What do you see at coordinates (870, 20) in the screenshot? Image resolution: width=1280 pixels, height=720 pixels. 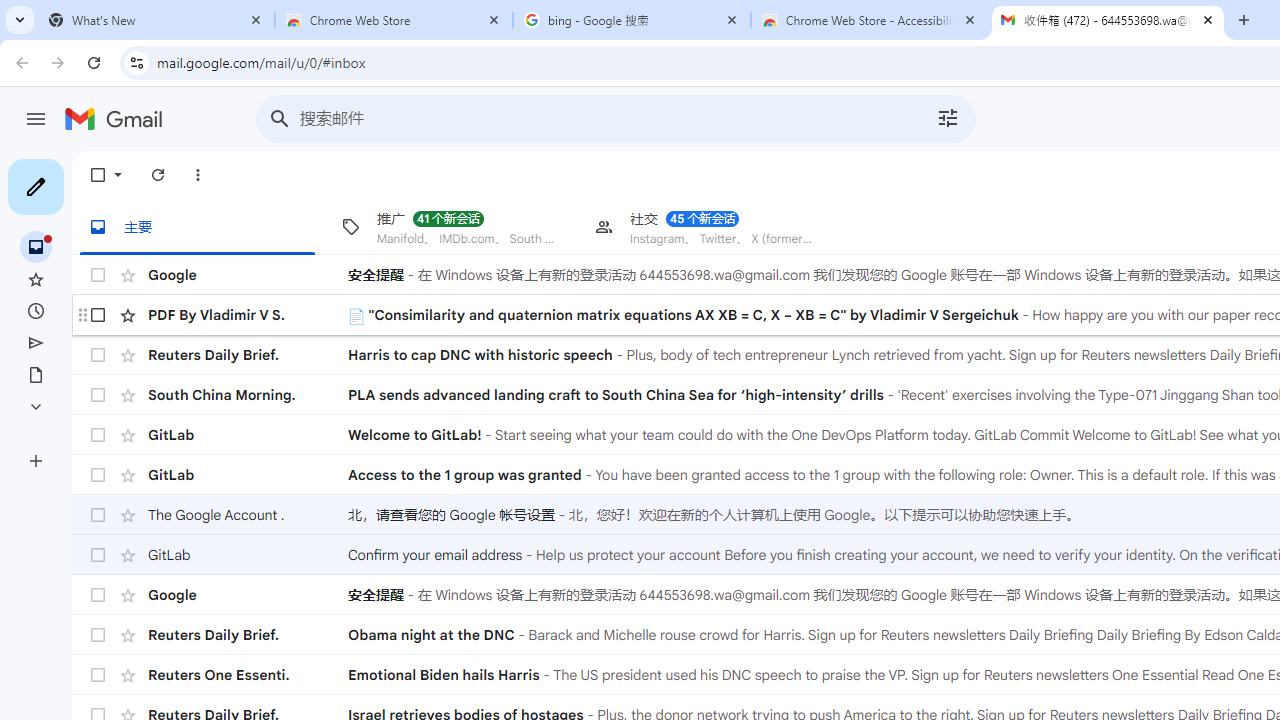 I see `'Chrome Web Store - Accessibility'` at bounding box center [870, 20].